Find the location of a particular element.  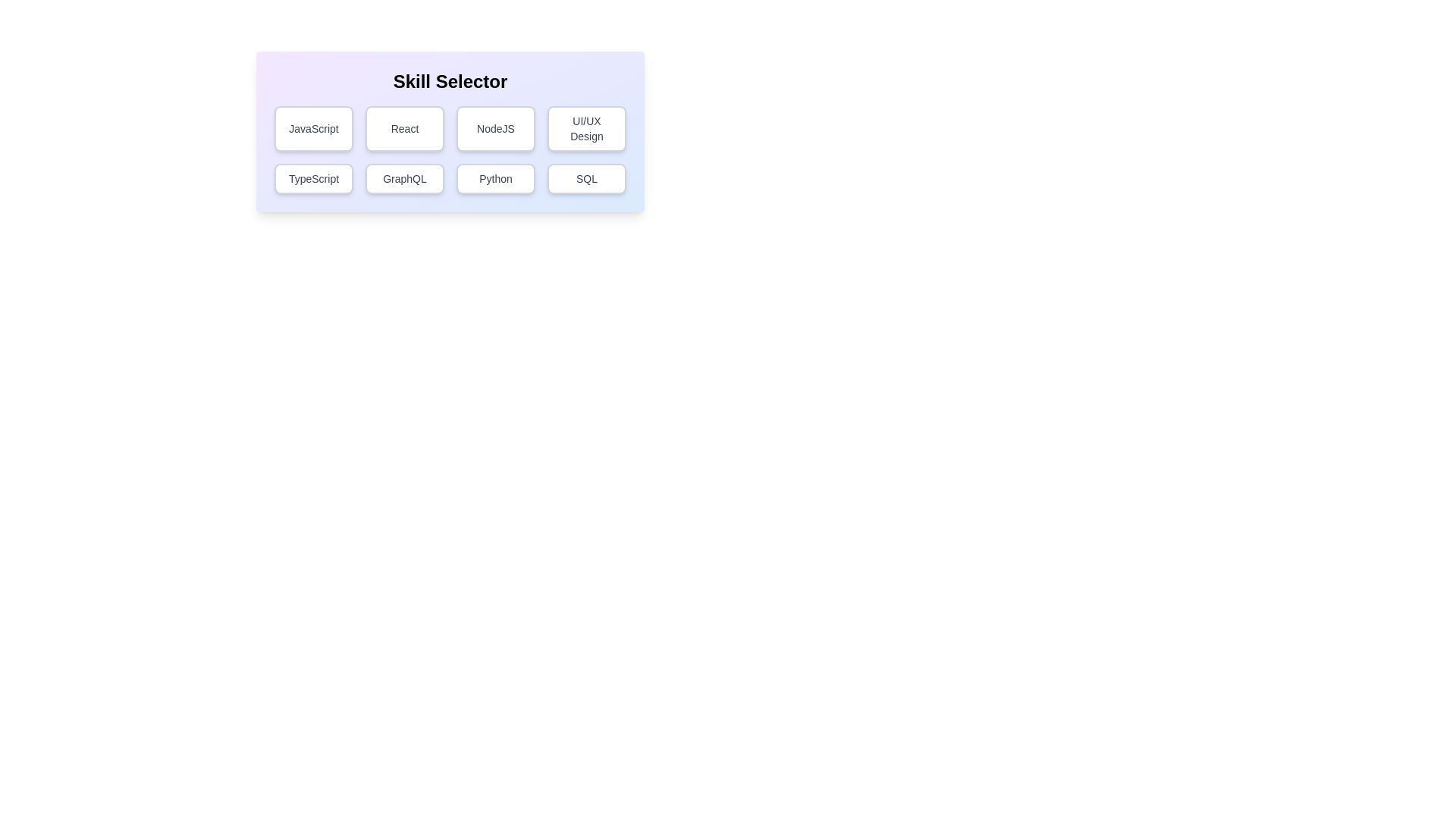

the skill button labeled React to observe hover effects is located at coordinates (404, 127).